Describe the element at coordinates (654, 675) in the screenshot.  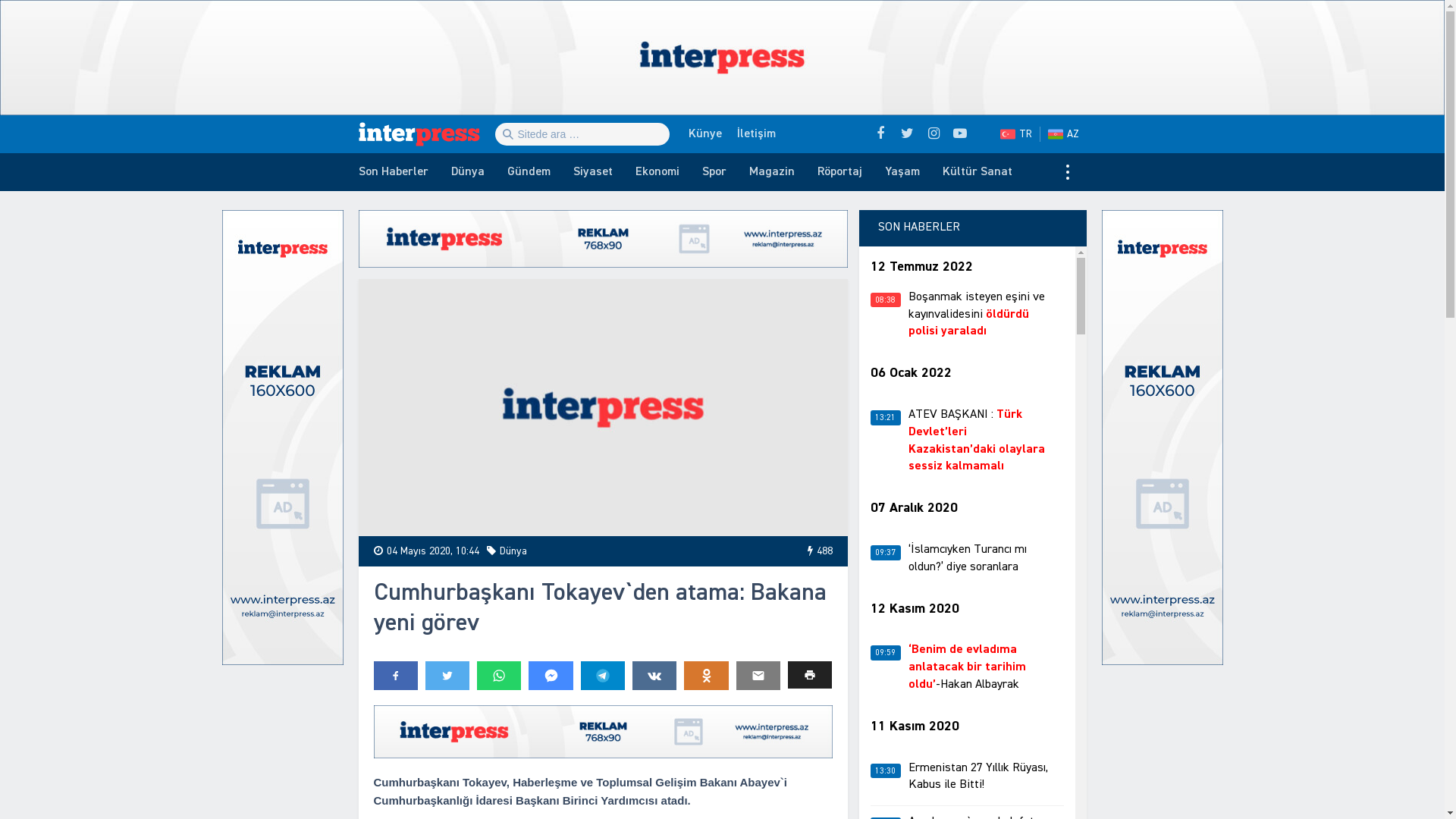
I see `'Share: VKontakte'` at that location.